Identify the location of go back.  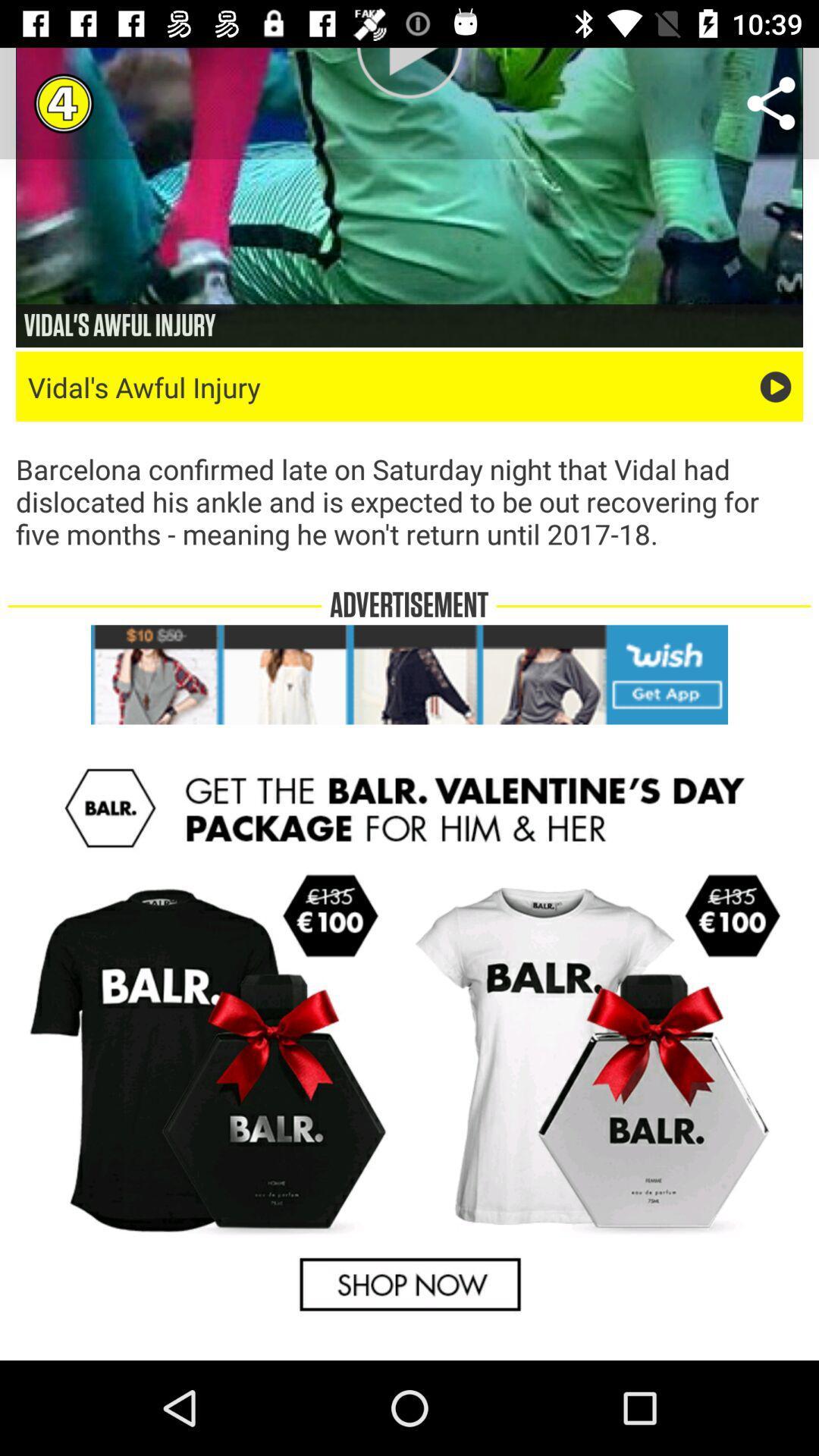
(409, 1040).